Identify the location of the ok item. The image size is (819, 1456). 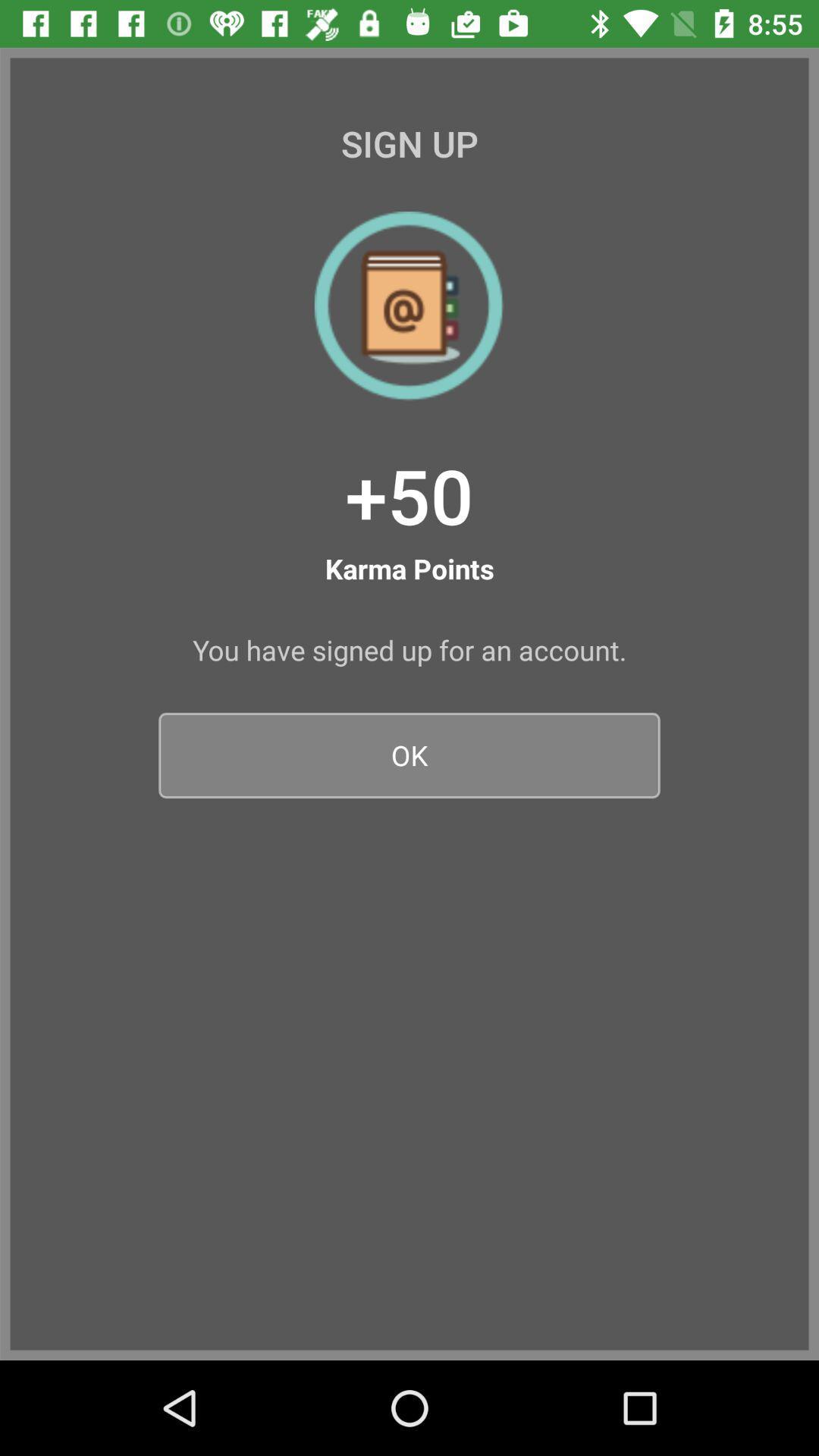
(409, 755).